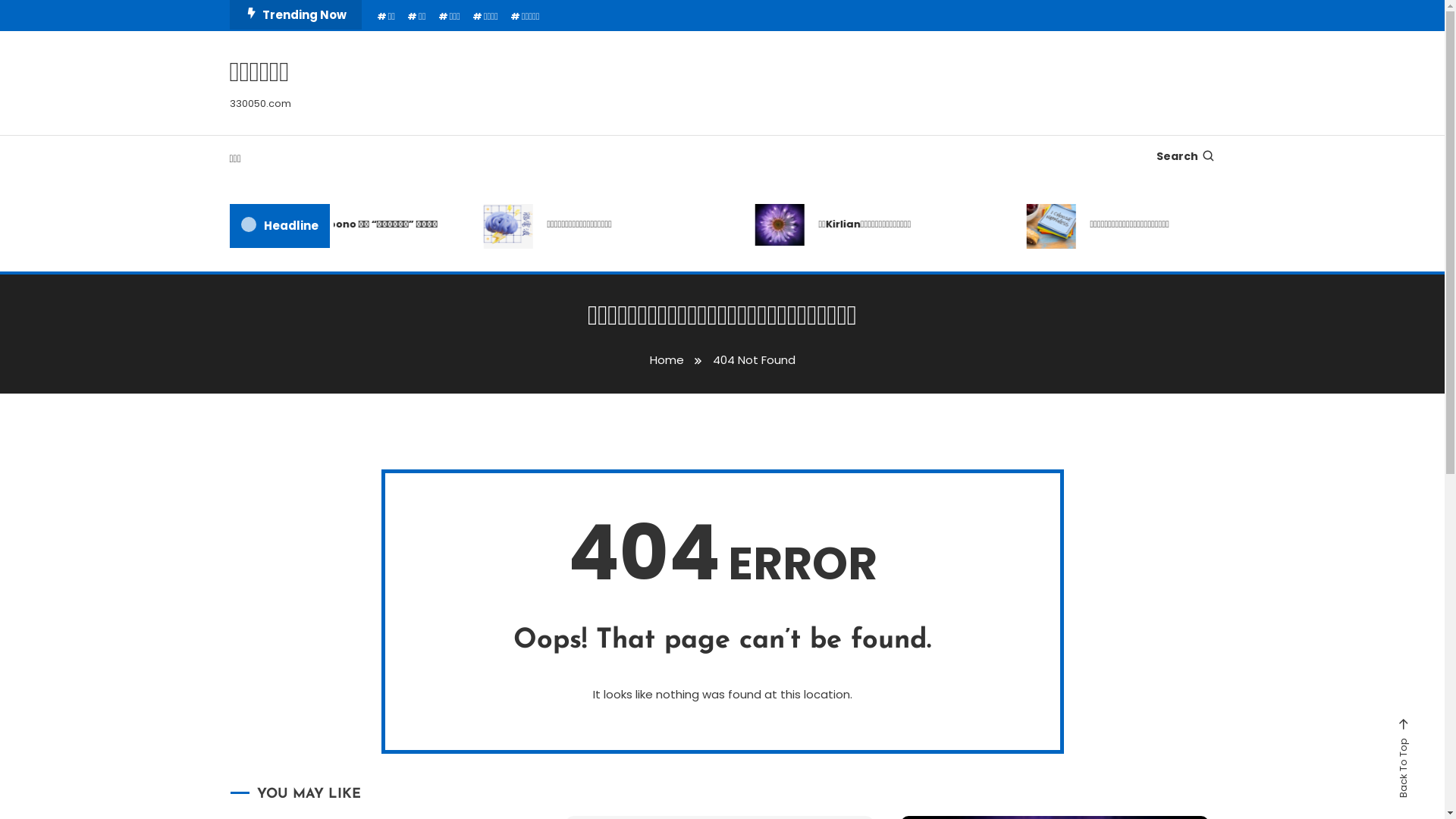 The image size is (1456, 819). What do you see at coordinates (666, 359) in the screenshot?
I see `'Home'` at bounding box center [666, 359].